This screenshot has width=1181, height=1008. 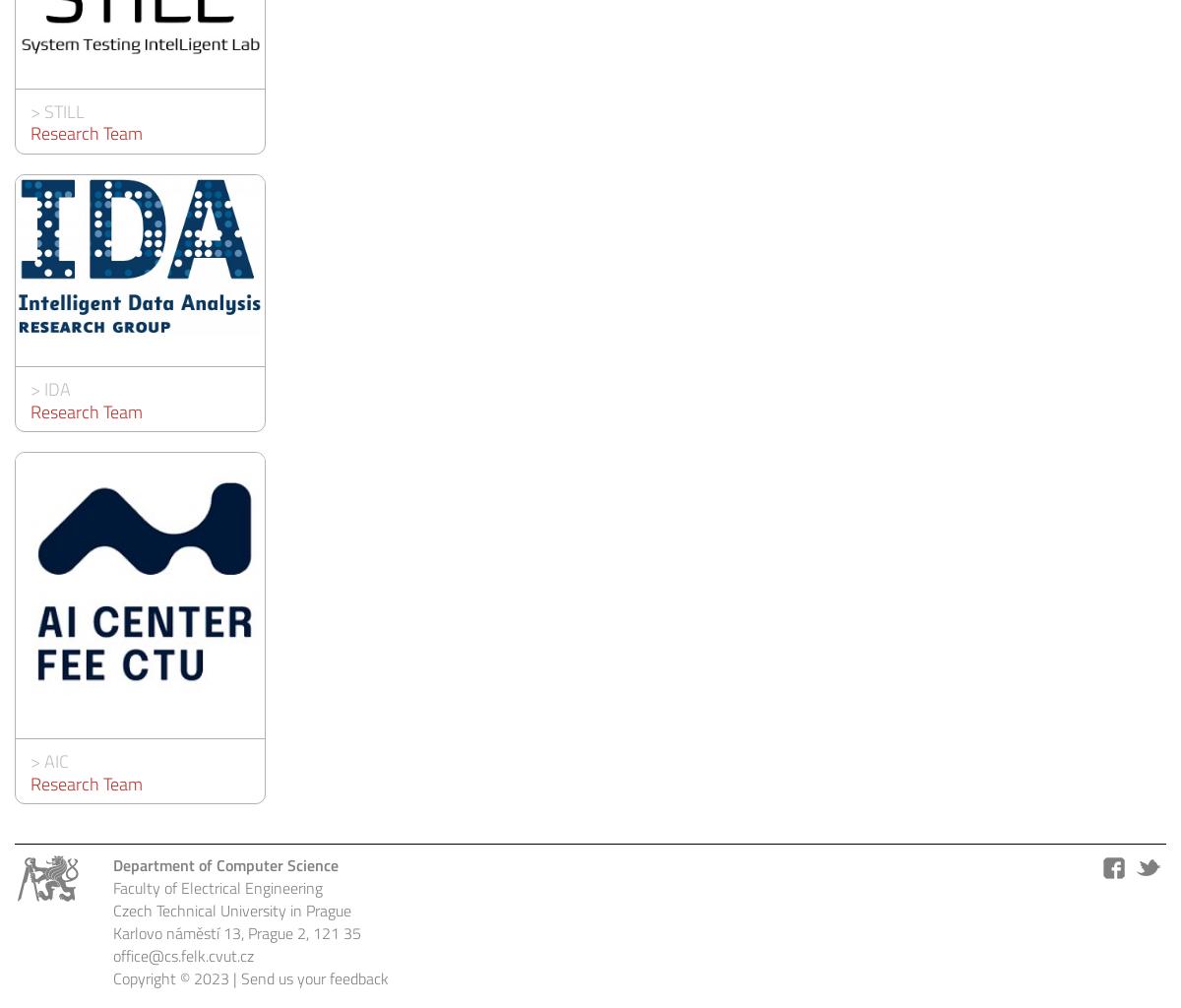 What do you see at coordinates (217, 887) in the screenshot?
I see `'Faculty of Electrical Engineering'` at bounding box center [217, 887].